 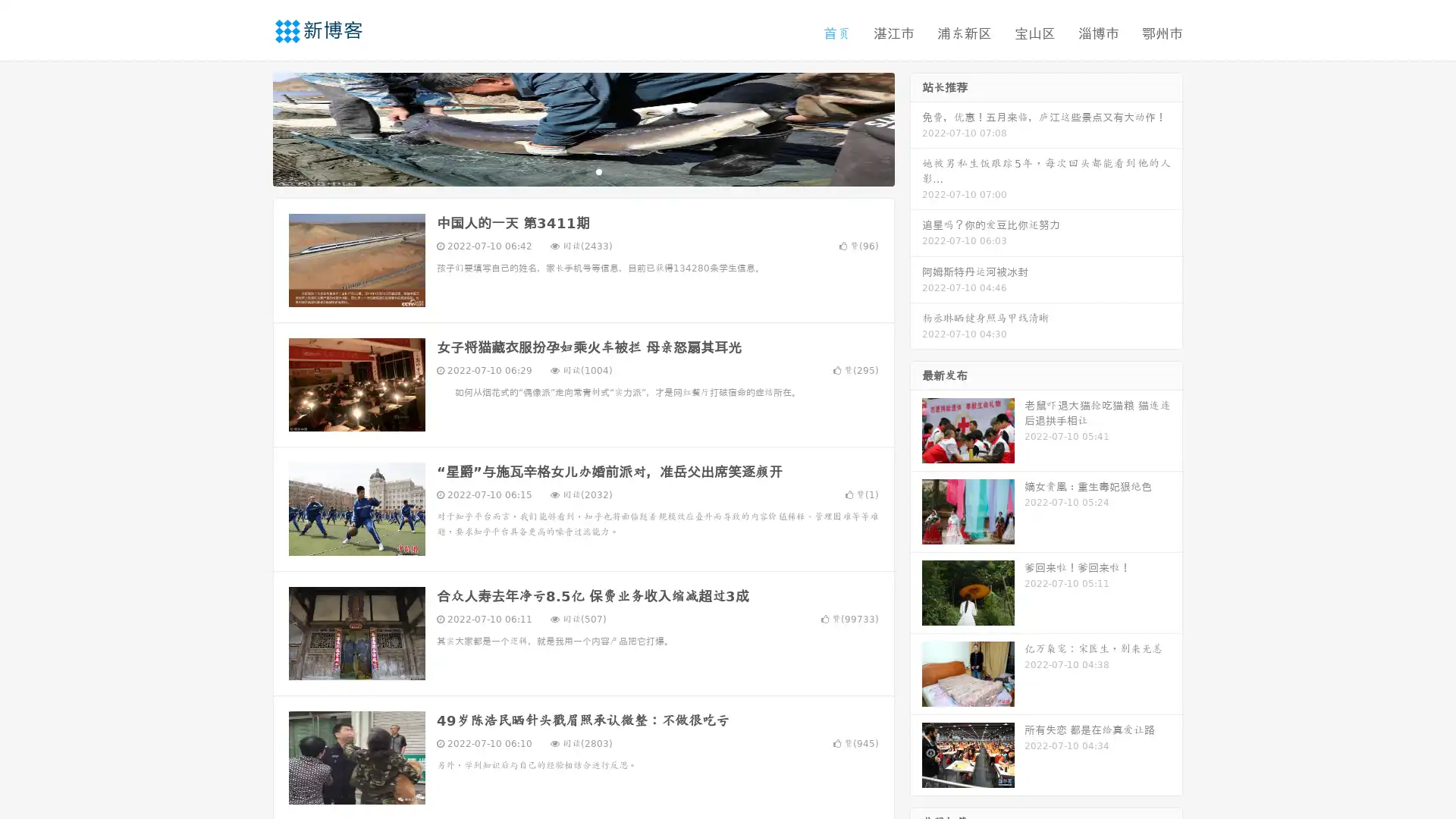 What do you see at coordinates (250, 127) in the screenshot?
I see `Previous slide` at bounding box center [250, 127].